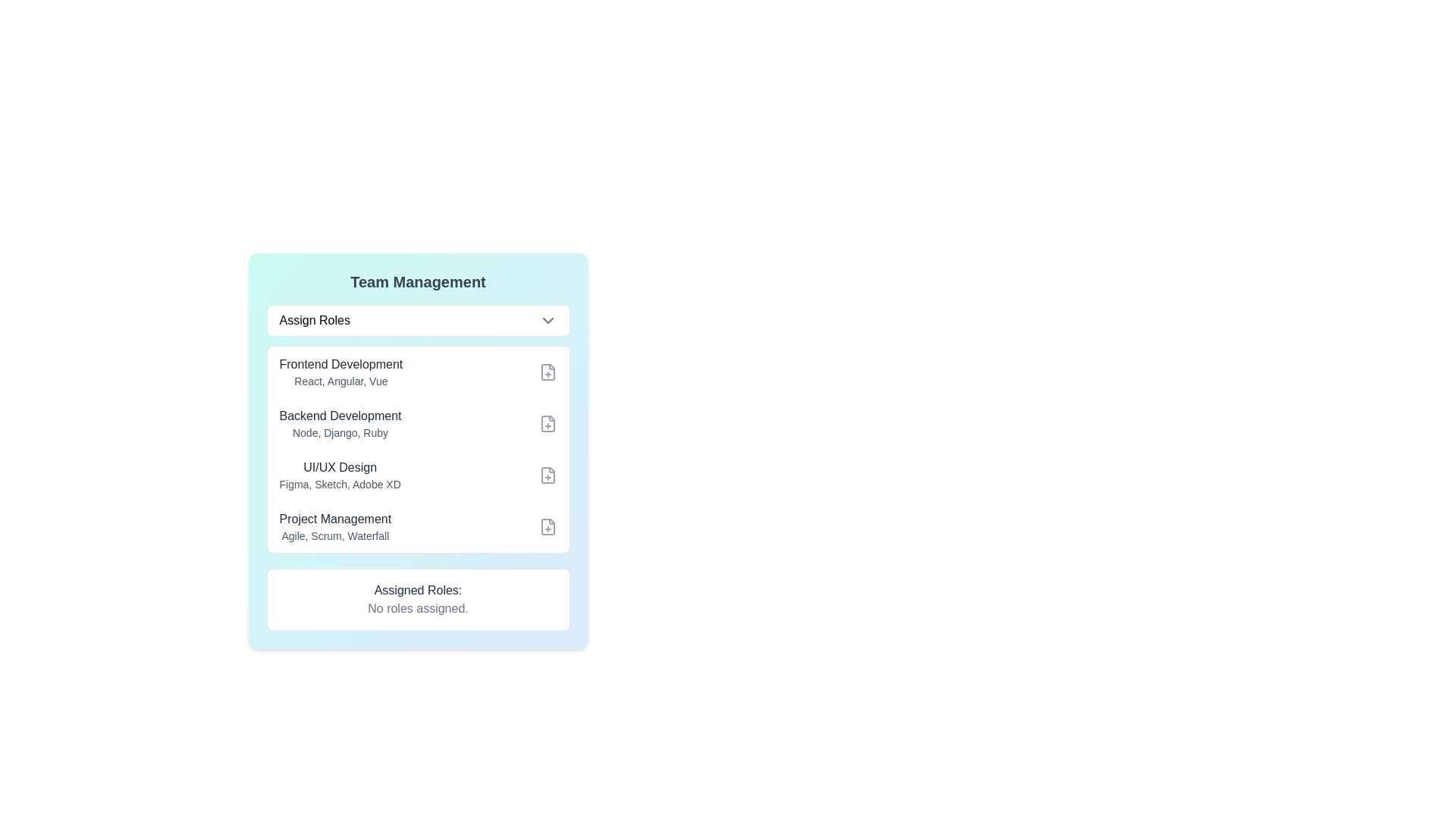 Image resolution: width=1456 pixels, height=819 pixels. Describe the element at coordinates (547, 372) in the screenshot. I see `the icon button resembling a document with a plus sign, located to the far right of the 'Frontend Development' row, next to the text 'React, Angular, Vue'` at that location.